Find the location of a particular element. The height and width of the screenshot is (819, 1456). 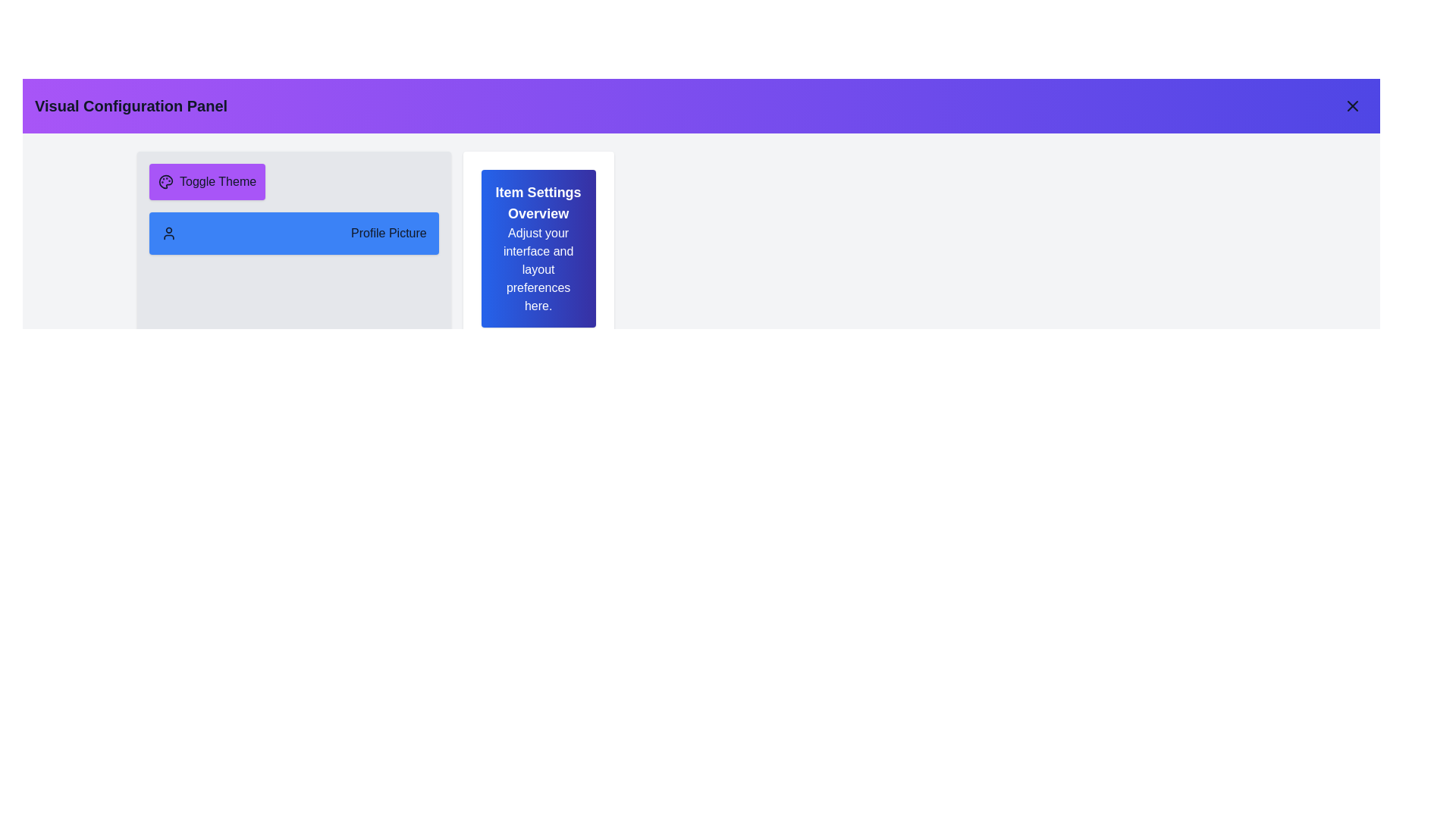

the informational card located in the main content area on the right side of the interface, which provides an overview and access point for adjusting item settings and layout preferences is located at coordinates (538, 247).